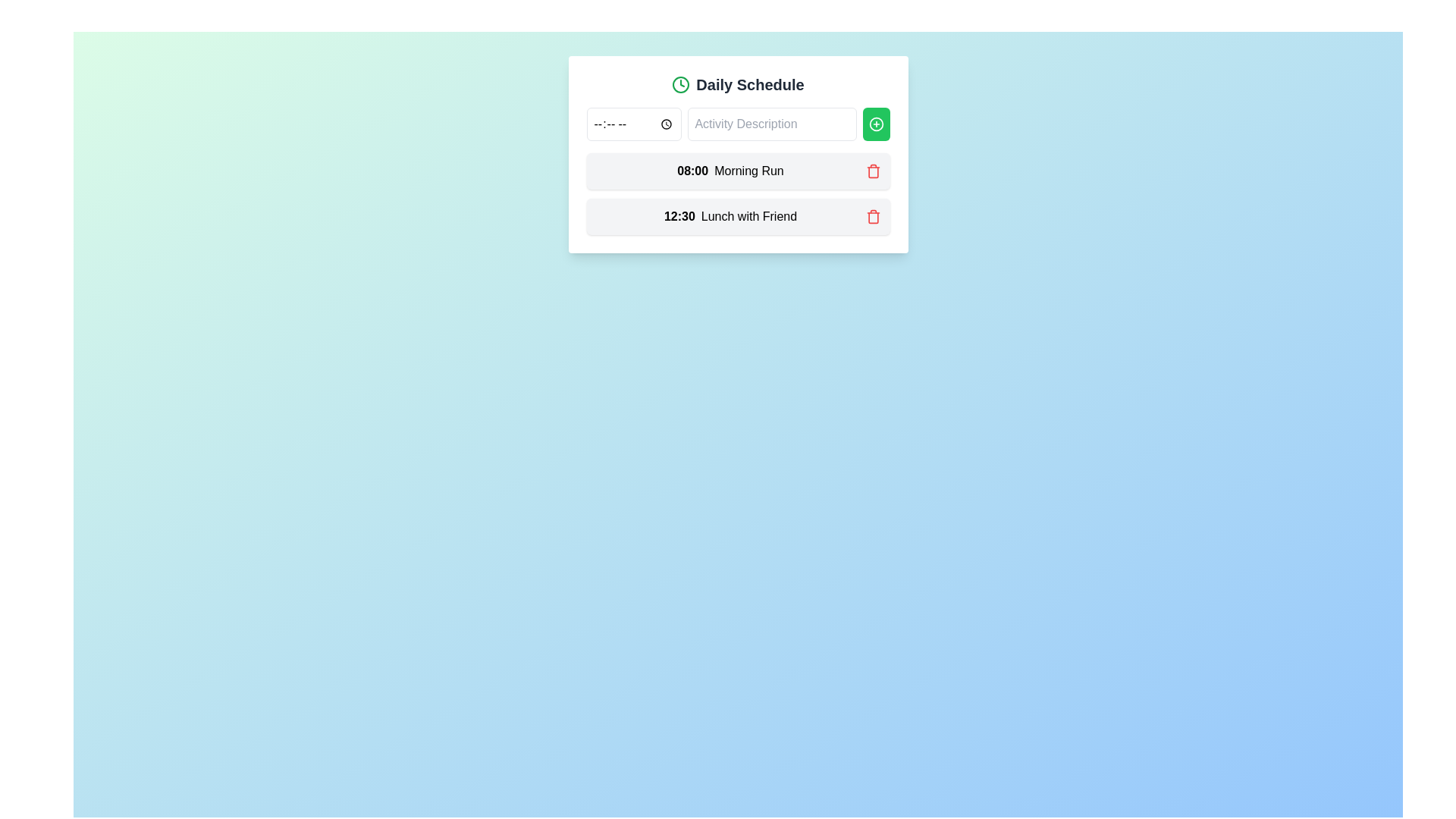  What do you see at coordinates (876, 124) in the screenshot?
I see `the circular '+' button with a green background located at the rightmost end of the input bar under the 'Daily Schedule' heading` at bounding box center [876, 124].